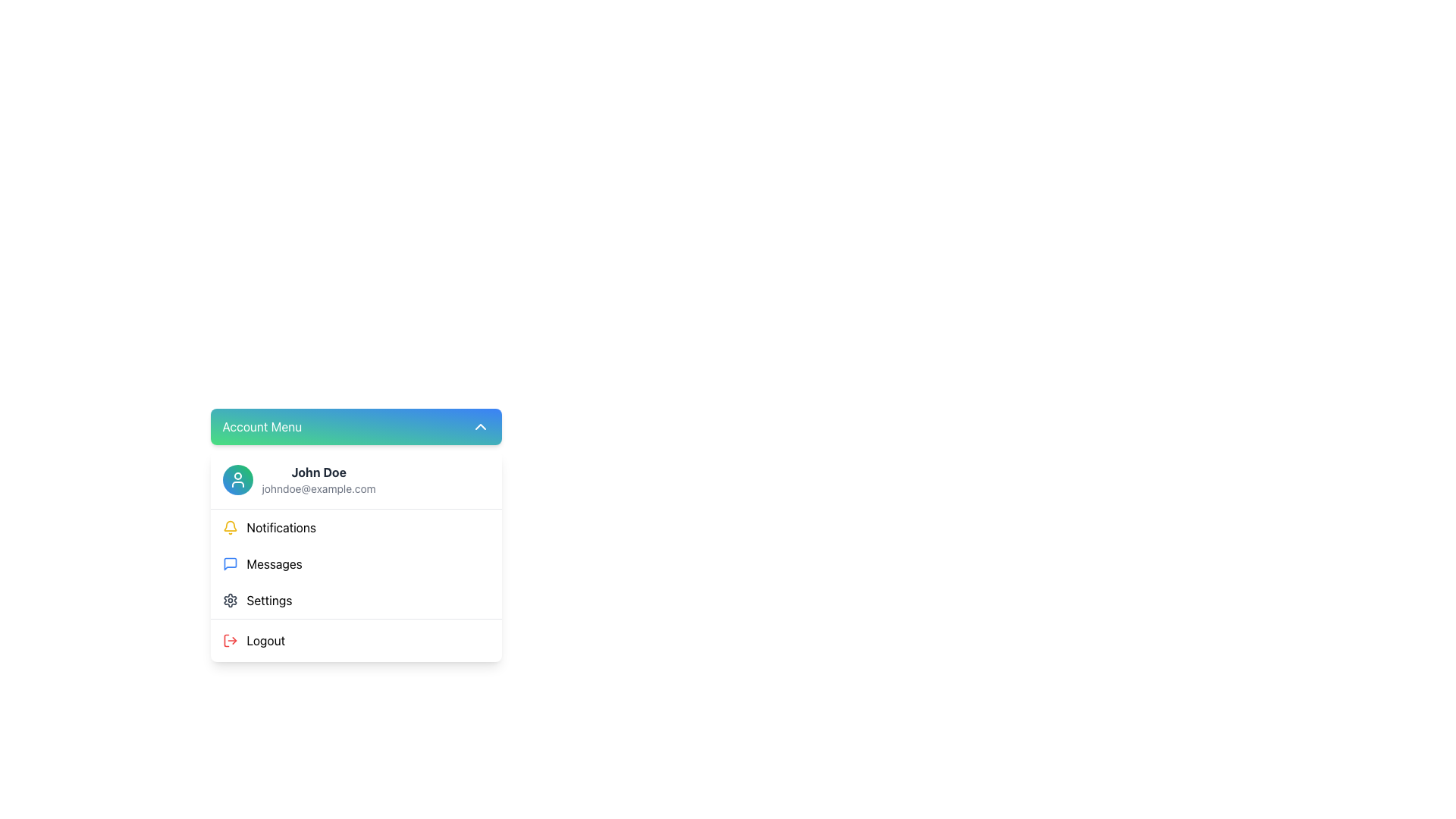  What do you see at coordinates (229, 526) in the screenshot?
I see `the yellow bell icon indicating notifications located in the 'Account Menu' dropdown, positioned to the left of the 'Notifications' text` at bounding box center [229, 526].